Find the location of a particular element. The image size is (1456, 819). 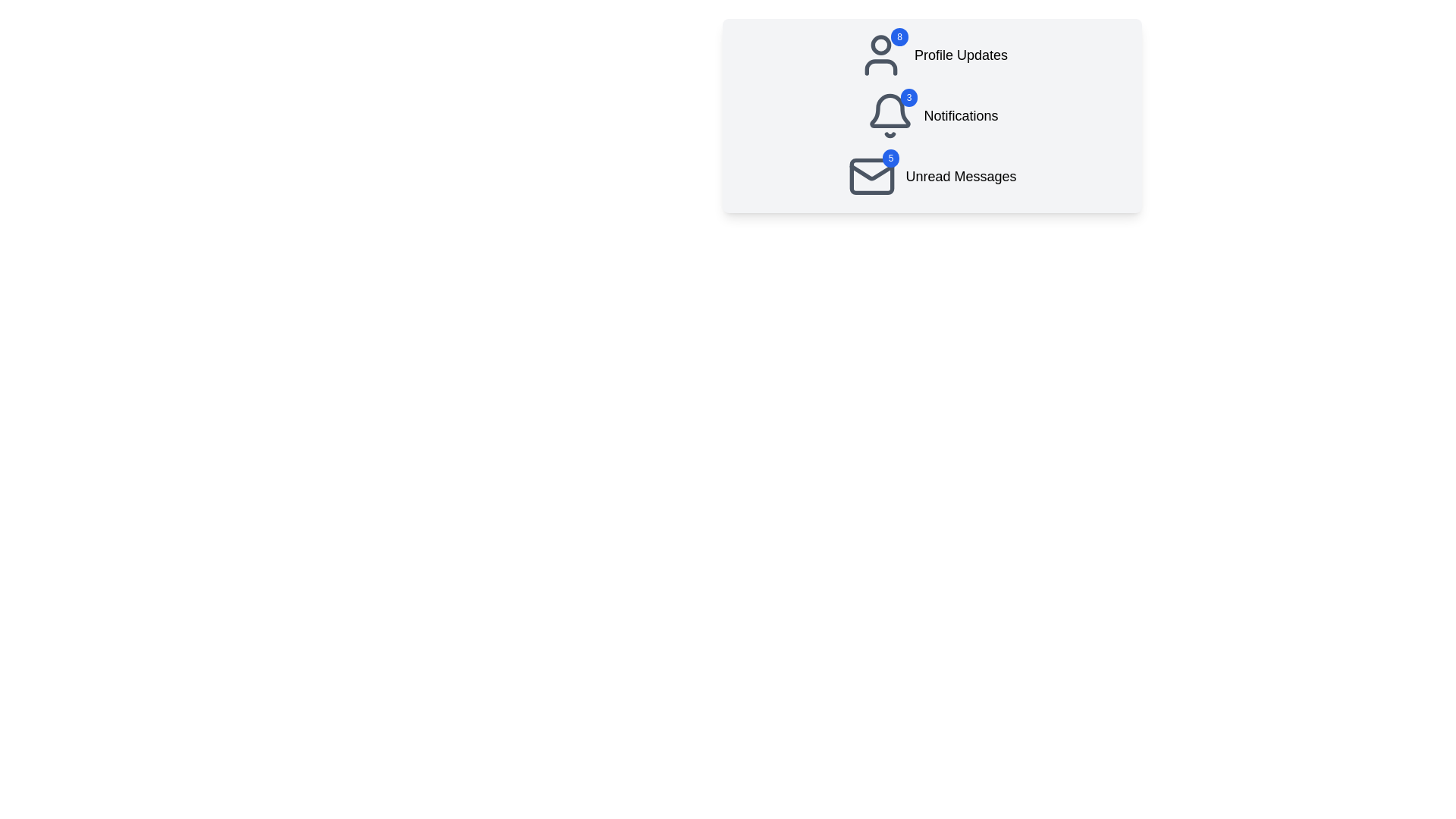

the text label displaying 'Notifications' that is aligned to the right of the bell icon in the notification section is located at coordinates (960, 115).